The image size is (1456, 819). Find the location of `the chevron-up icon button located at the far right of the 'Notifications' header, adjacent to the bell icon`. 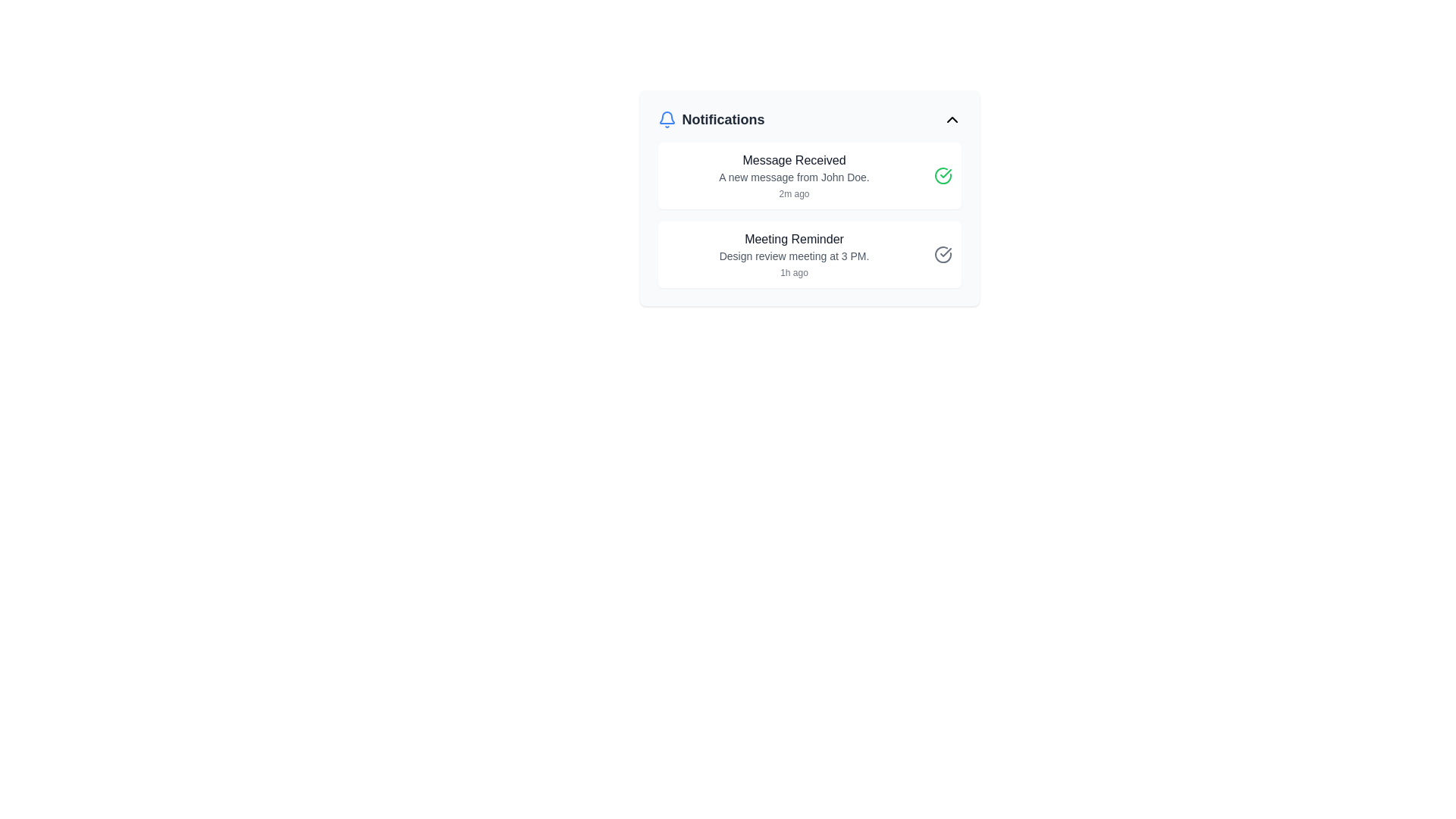

the chevron-up icon button located at the far right of the 'Notifications' header, adjacent to the bell icon is located at coordinates (951, 119).